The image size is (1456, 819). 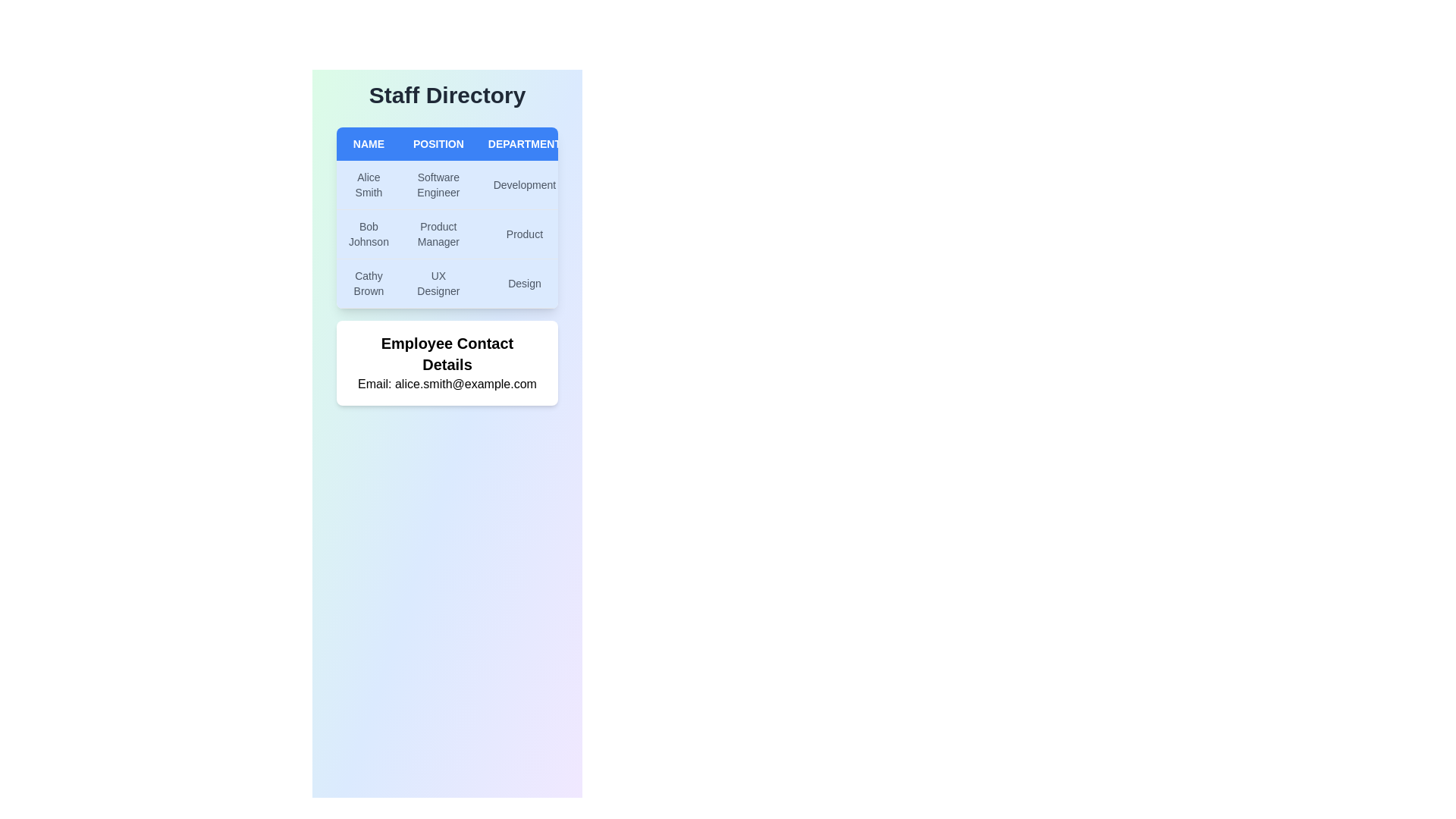 I want to click on the table row containing 'Bob Johnson', 'Product Manager', and 'Product', so click(x=491, y=234).